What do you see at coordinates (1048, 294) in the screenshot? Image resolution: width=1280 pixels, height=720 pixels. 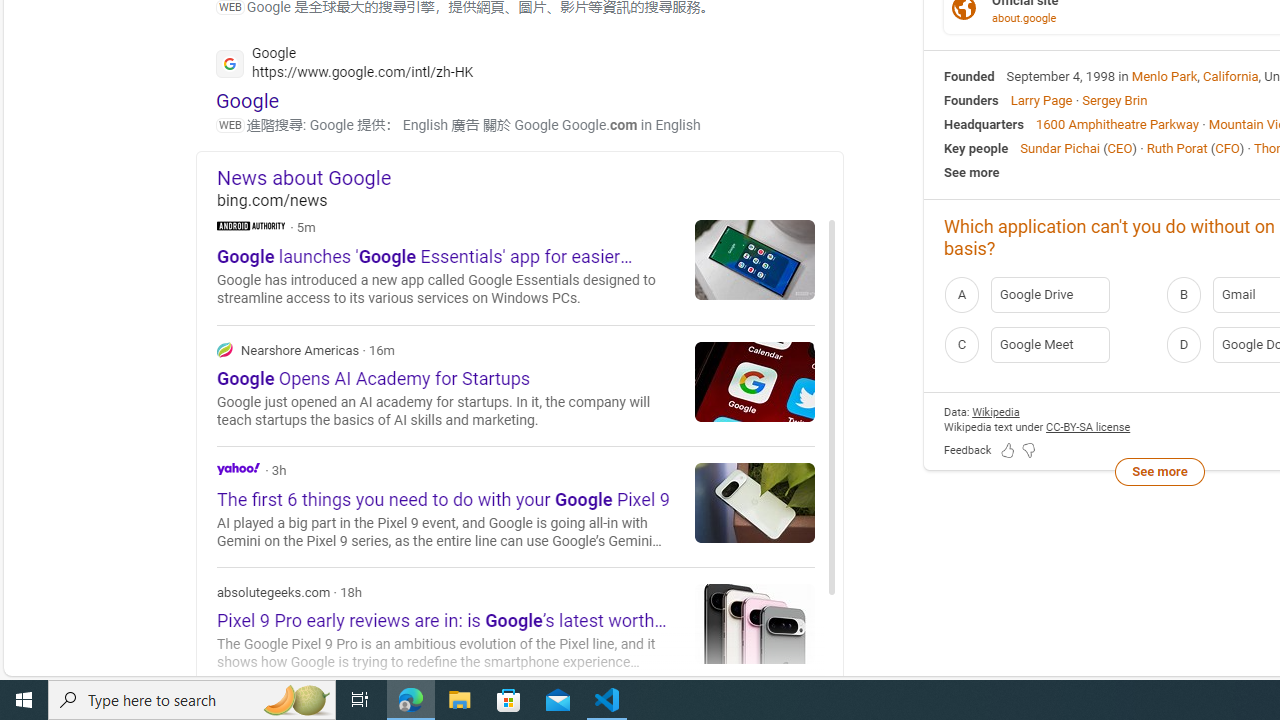 I see `'A Google Drive'` at bounding box center [1048, 294].